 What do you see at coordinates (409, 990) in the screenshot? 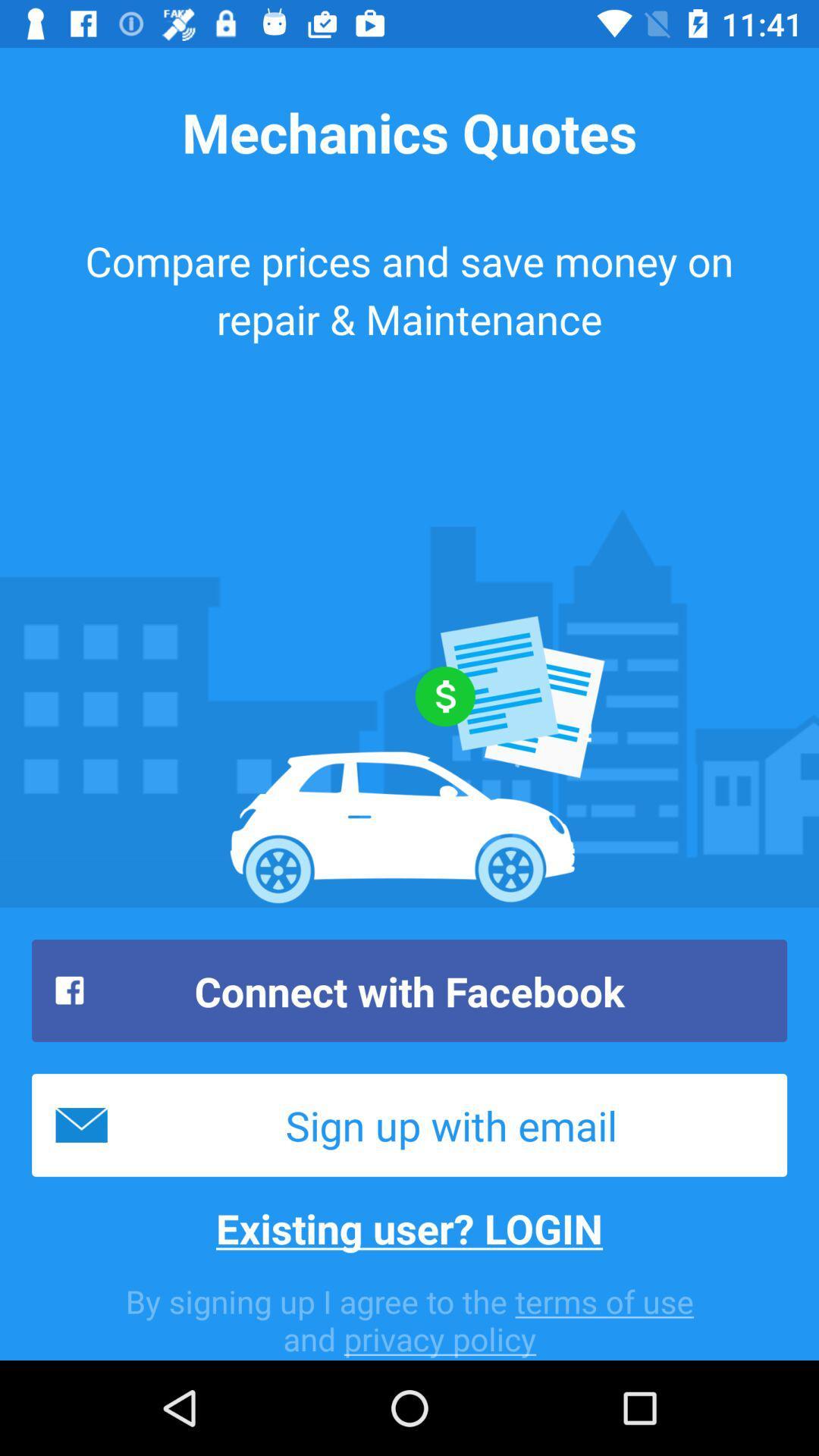
I see `connect with facebook` at bounding box center [409, 990].